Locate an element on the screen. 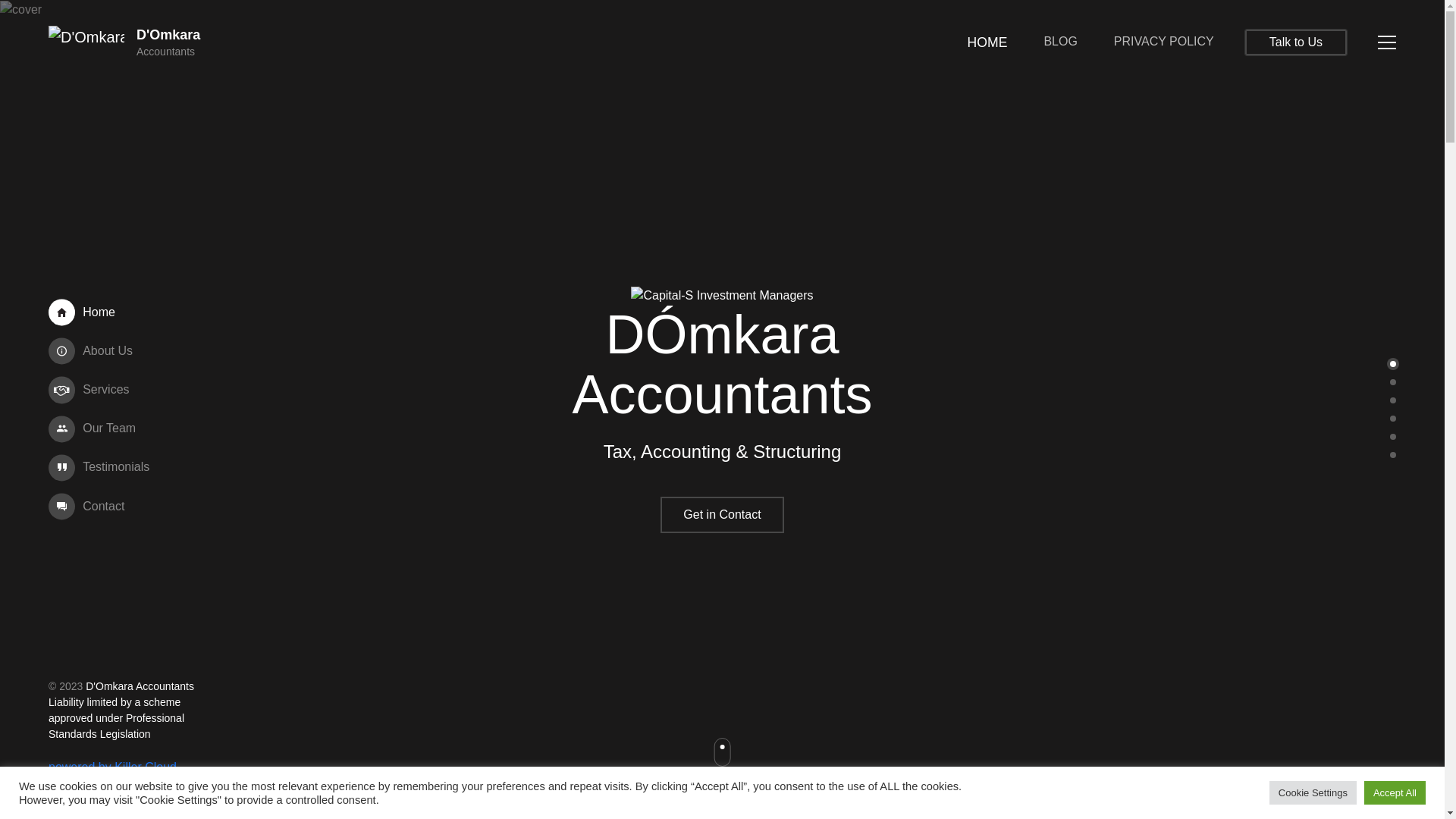  'PRIVACY POLICY' is located at coordinates (1163, 40).